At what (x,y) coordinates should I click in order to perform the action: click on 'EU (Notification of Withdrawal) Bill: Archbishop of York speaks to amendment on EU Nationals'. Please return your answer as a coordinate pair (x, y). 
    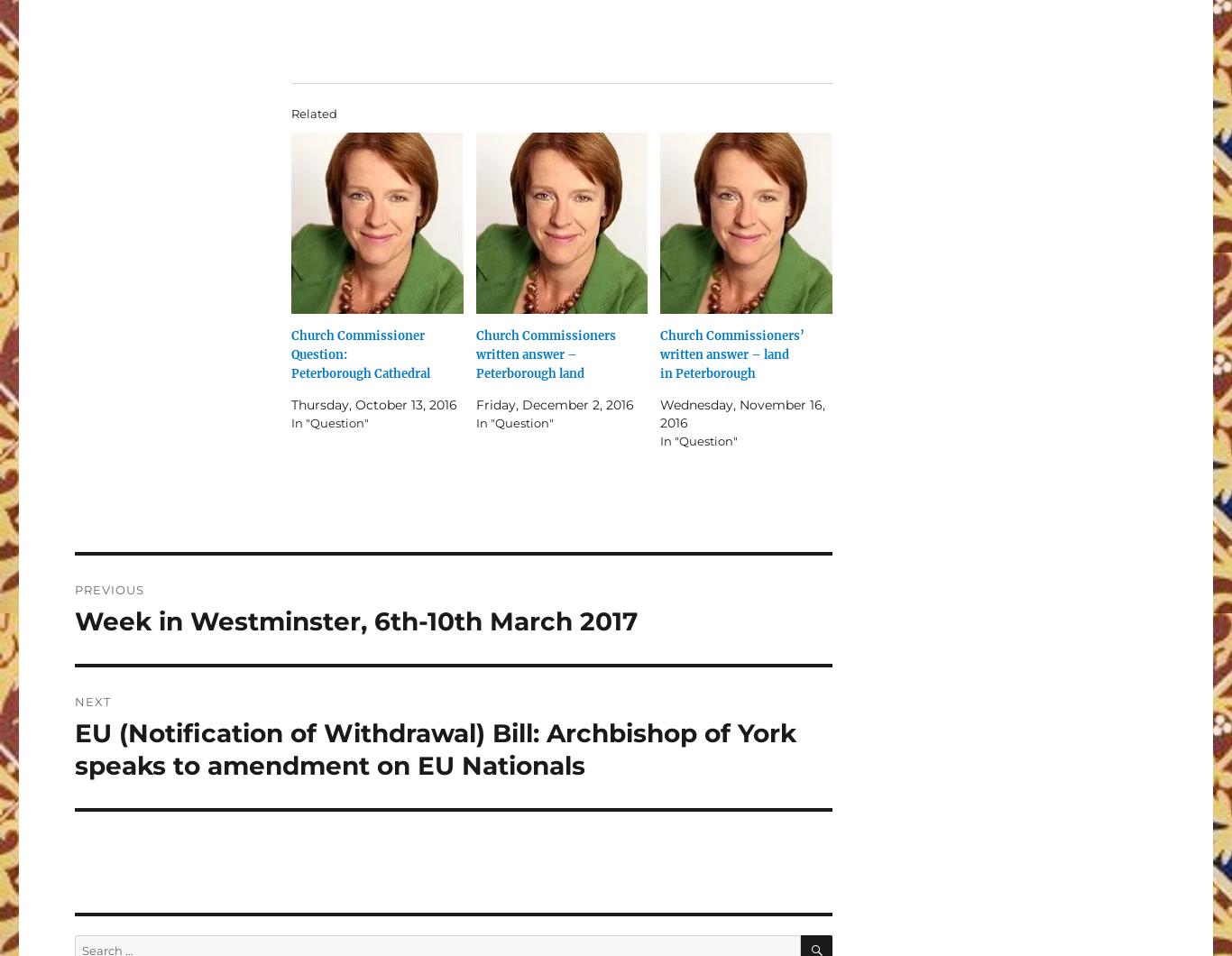
    Looking at the image, I should click on (436, 748).